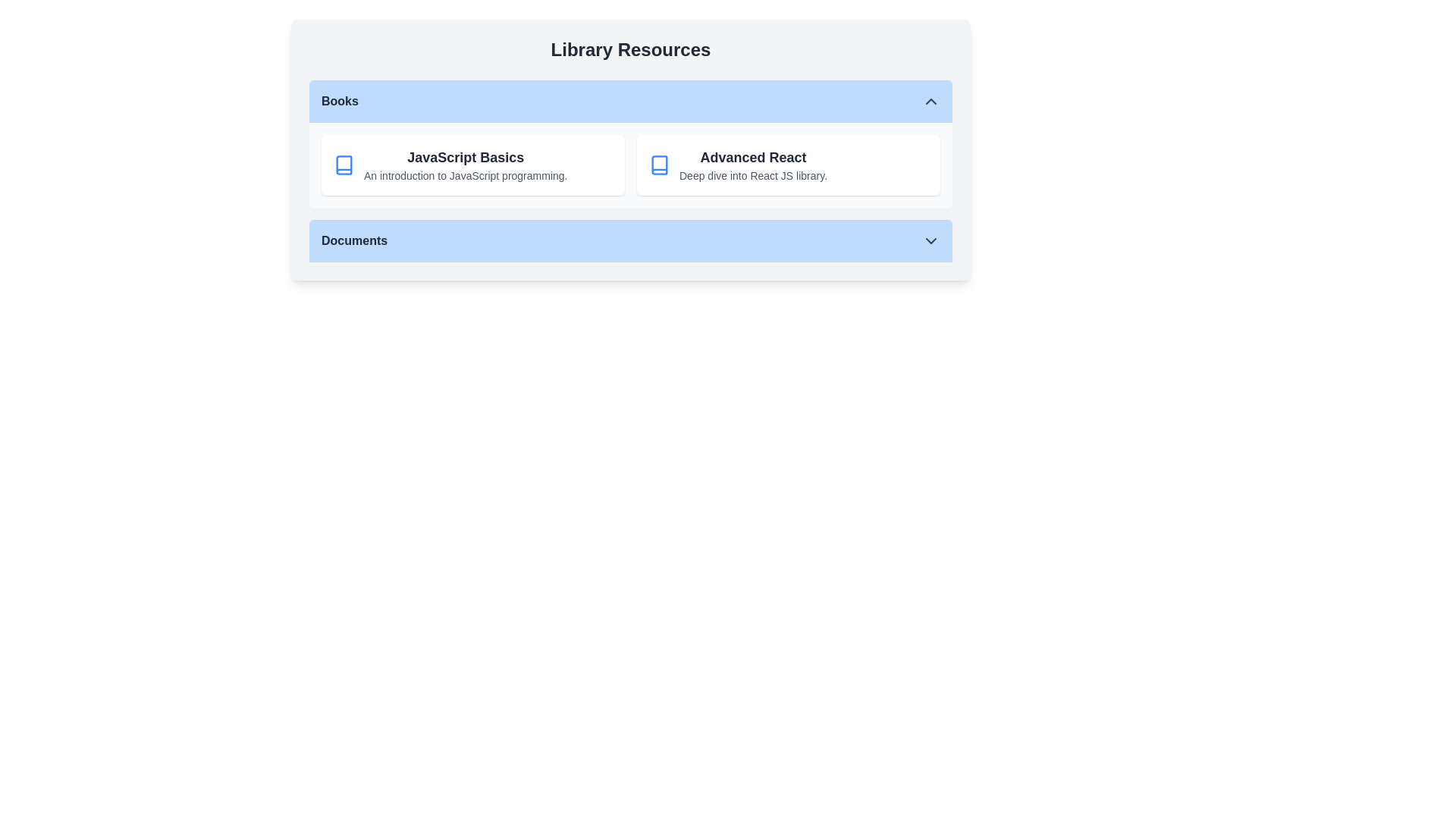  Describe the element at coordinates (465, 158) in the screenshot. I see `the text label titled 'JavaScript Basics' located in the upper left section of the 'Books' subsection within the 'Library Resources' interface` at that location.